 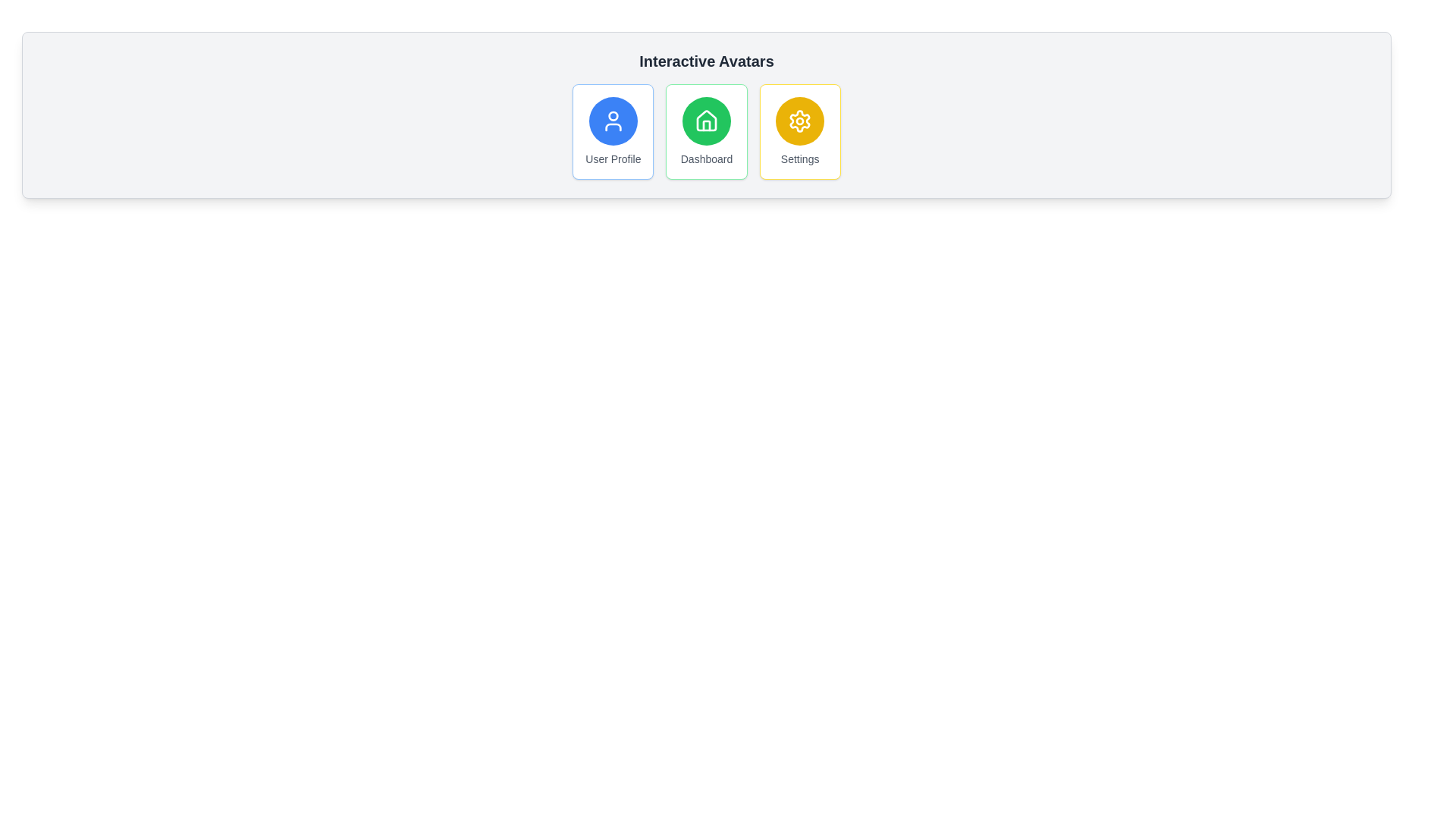 I want to click on text label displaying 'Settings', which is styled with a medium font size and gray color, located below a gear icon in a yellow rounded rectangle, so click(x=799, y=158).